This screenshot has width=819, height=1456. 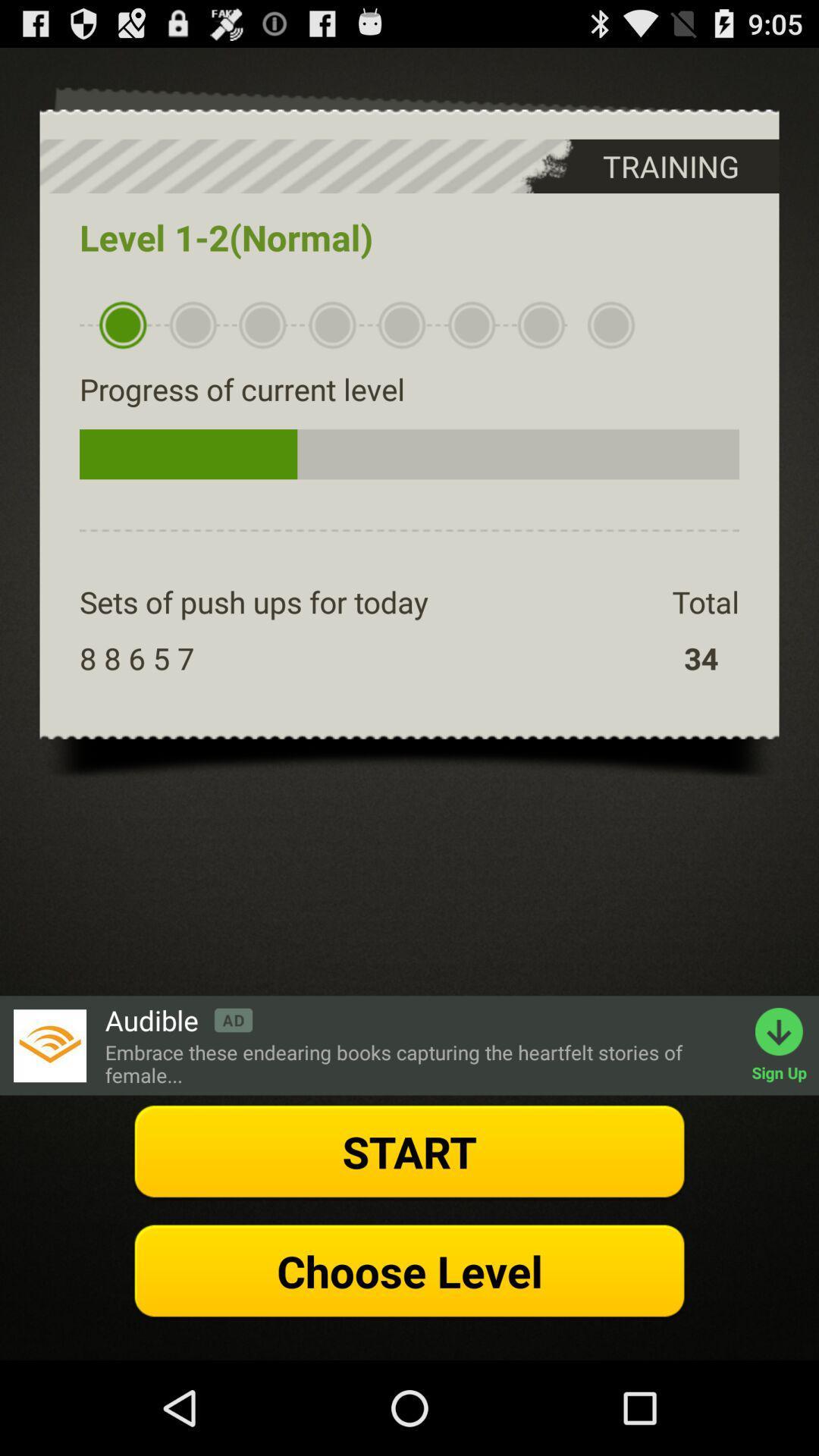 I want to click on the text sign up which is in green color, so click(x=785, y=1044).